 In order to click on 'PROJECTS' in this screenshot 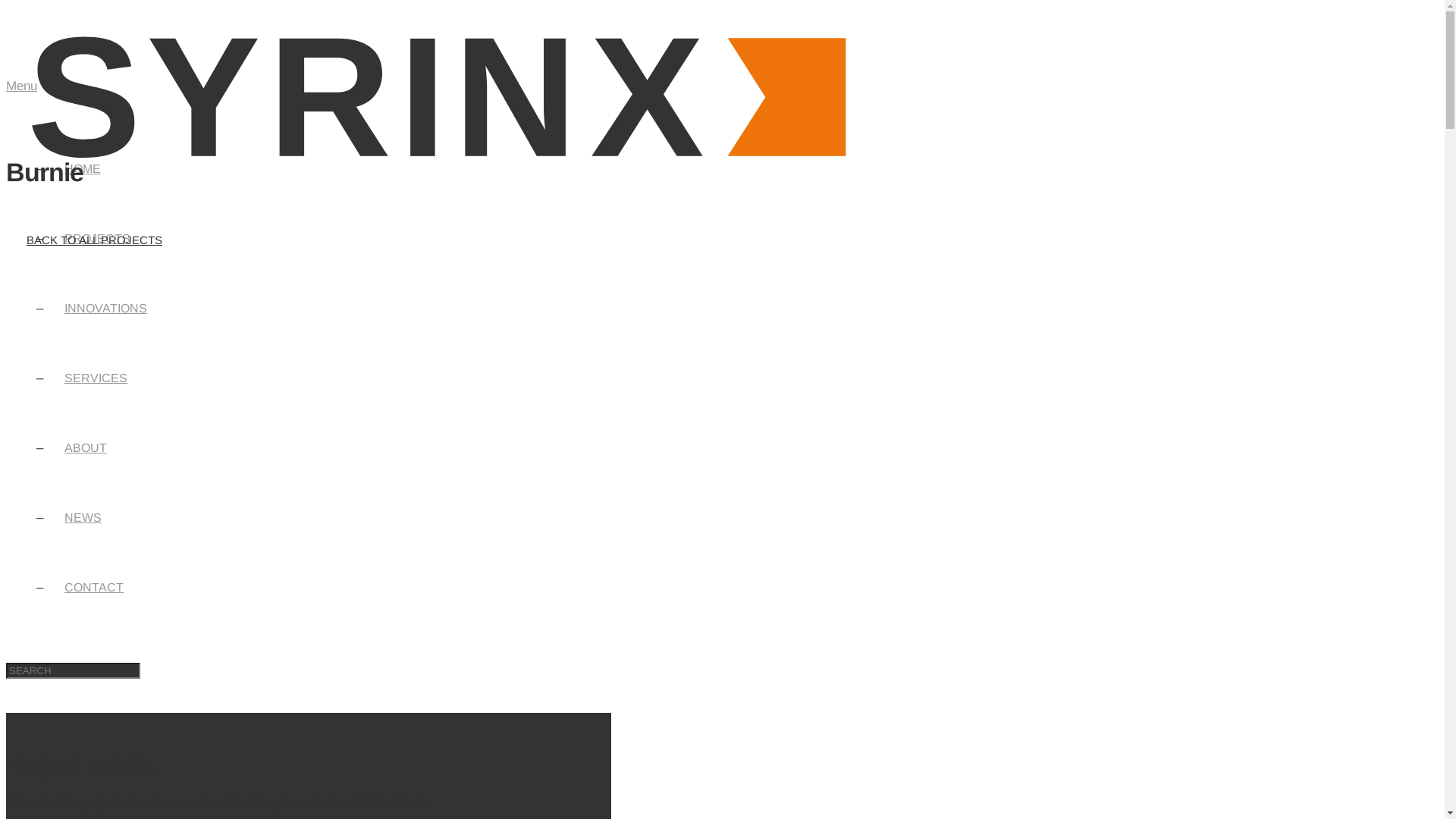, I will do `click(96, 238)`.